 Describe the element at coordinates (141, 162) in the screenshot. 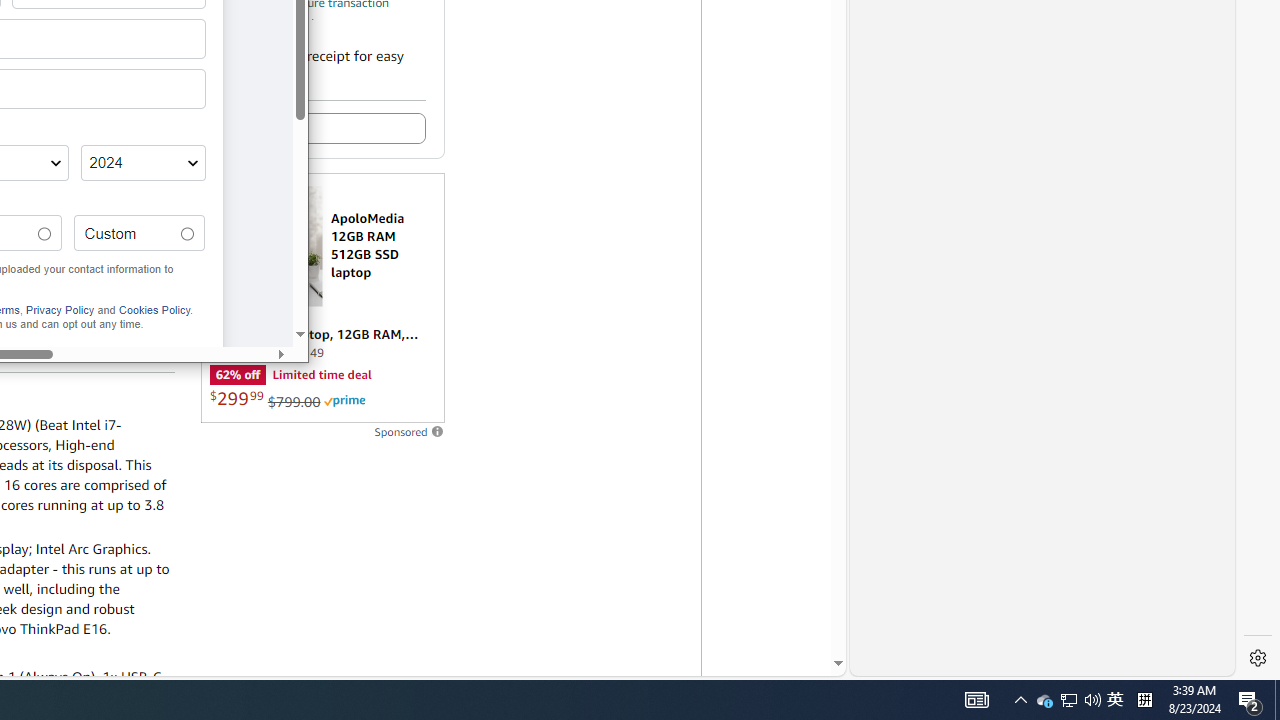

I see `'Year'` at that location.